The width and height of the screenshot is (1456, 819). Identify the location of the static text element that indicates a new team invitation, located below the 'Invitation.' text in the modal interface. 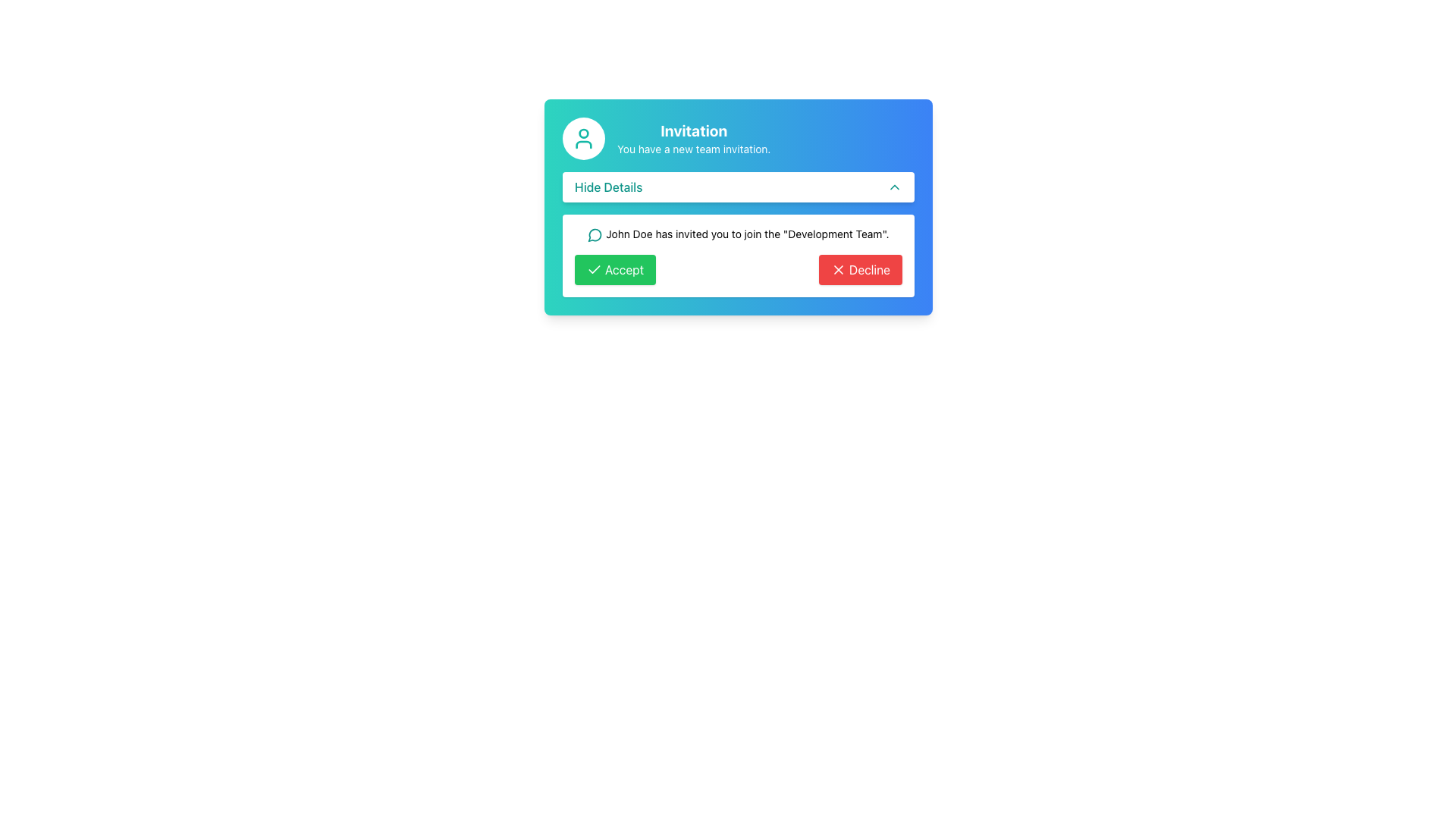
(693, 149).